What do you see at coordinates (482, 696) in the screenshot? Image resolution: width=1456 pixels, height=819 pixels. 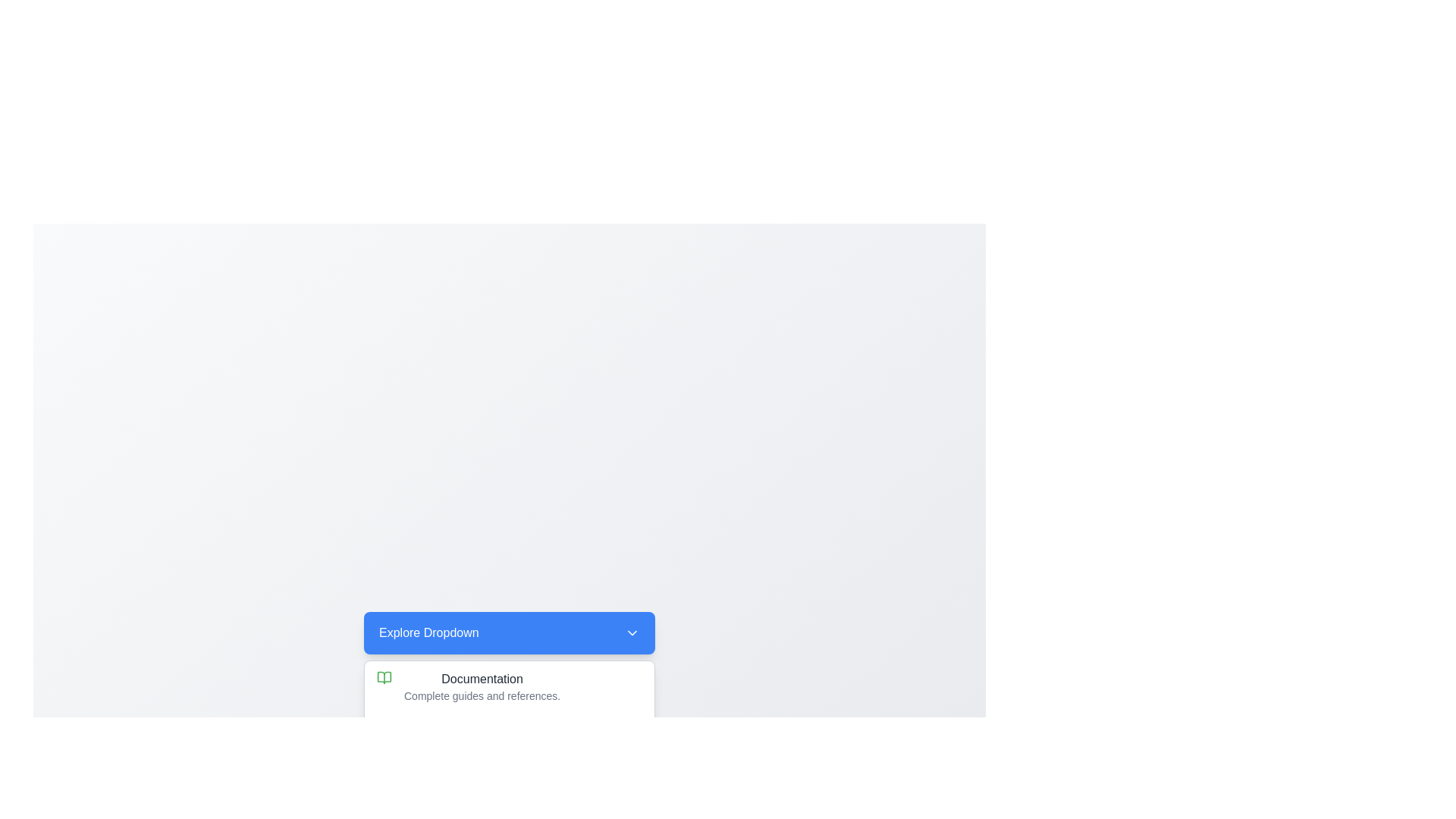 I see `the text label that reads 'Complete guides and references.' positioned underneath the 'Documentation' heading` at bounding box center [482, 696].